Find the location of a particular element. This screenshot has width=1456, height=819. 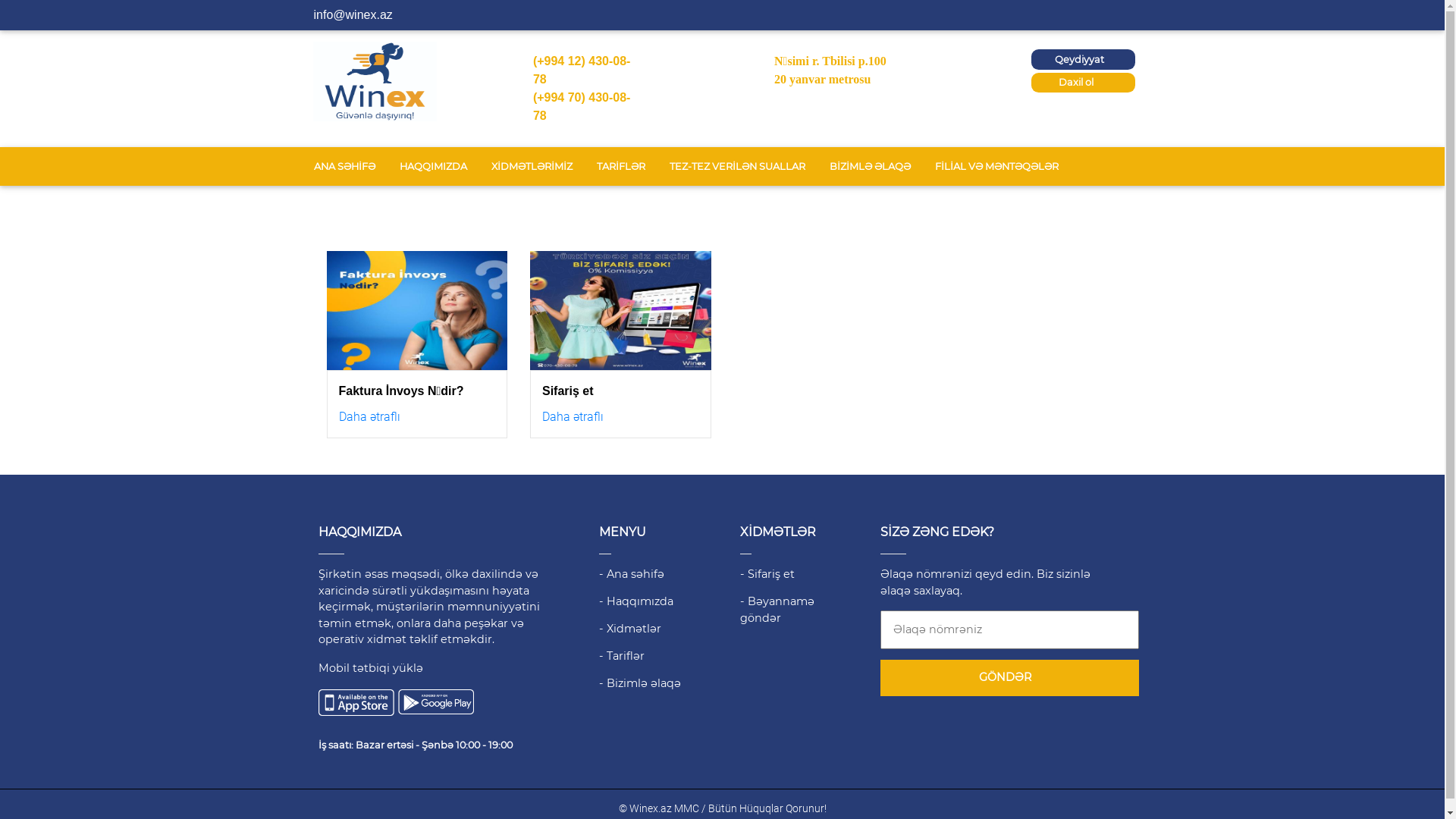

'(+994 70) 430-08-78' is located at coordinates (581, 105).